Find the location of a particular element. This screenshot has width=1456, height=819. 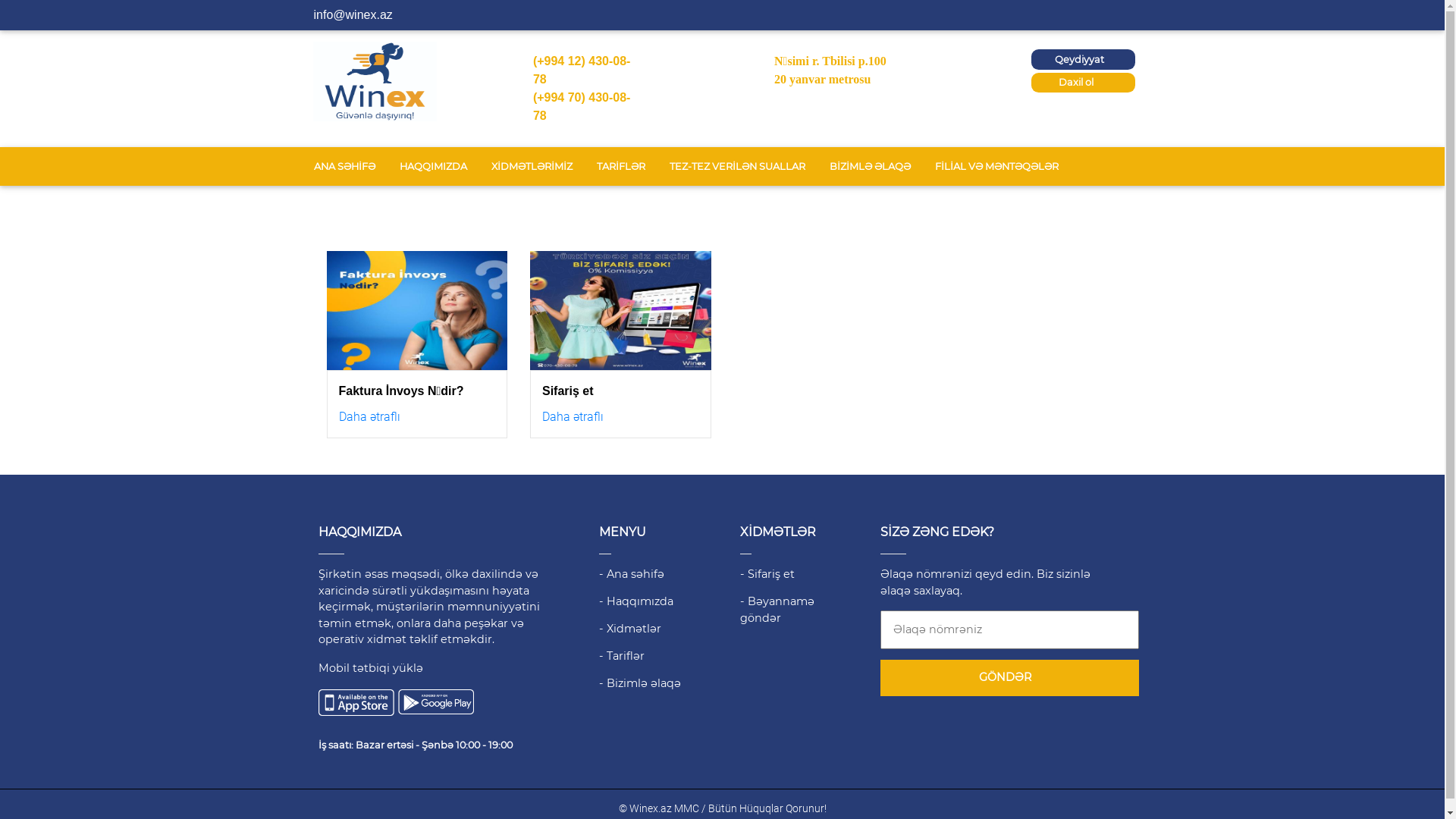

'(+994 70) 430-08-78' is located at coordinates (581, 105).